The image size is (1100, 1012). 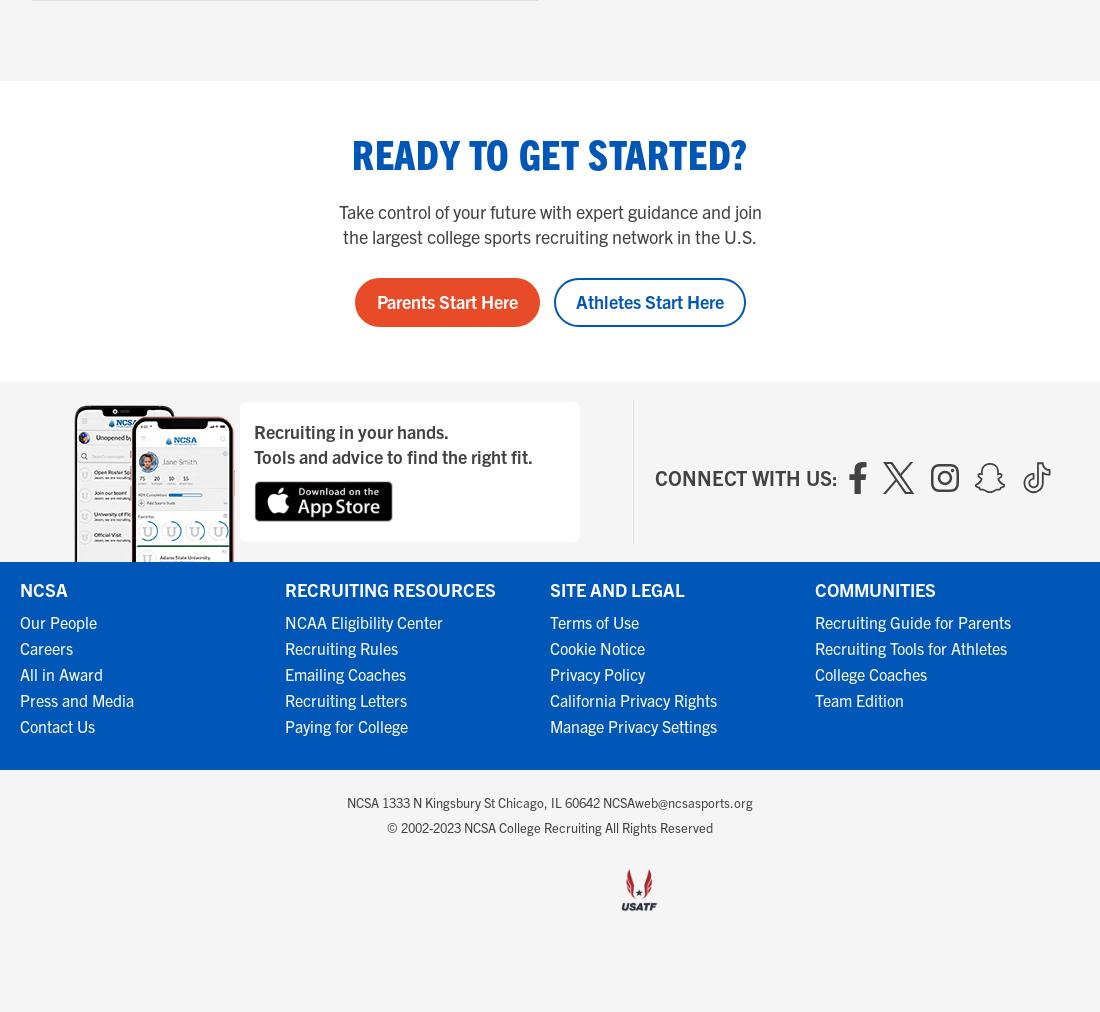 I want to click on 'Communities', so click(x=874, y=588).